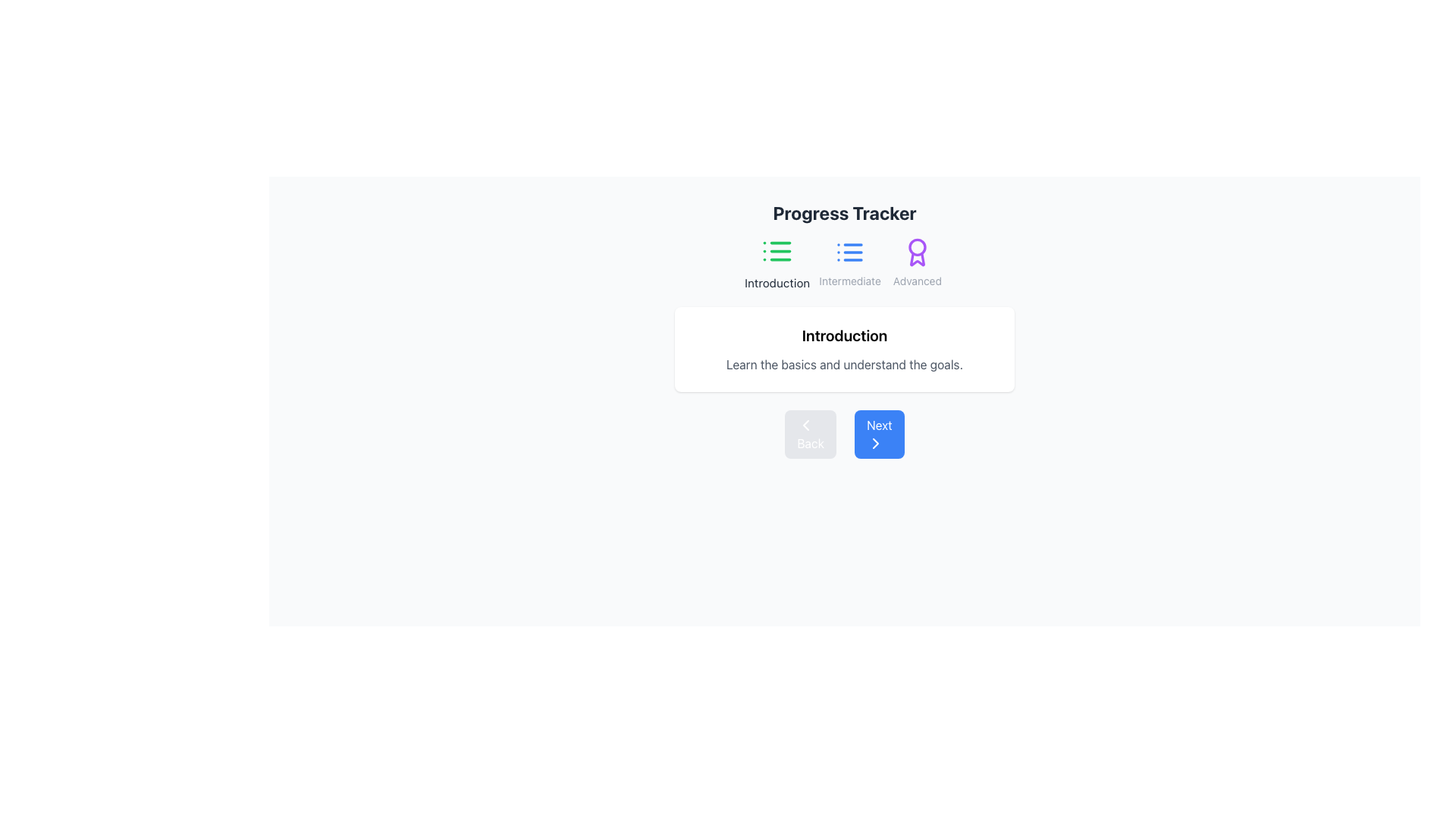  Describe the element at coordinates (916, 262) in the screenshot. I see `the 'Advanced' icon-text combination, which features a purple award icon above the gray text 'Advanced'` at that location.